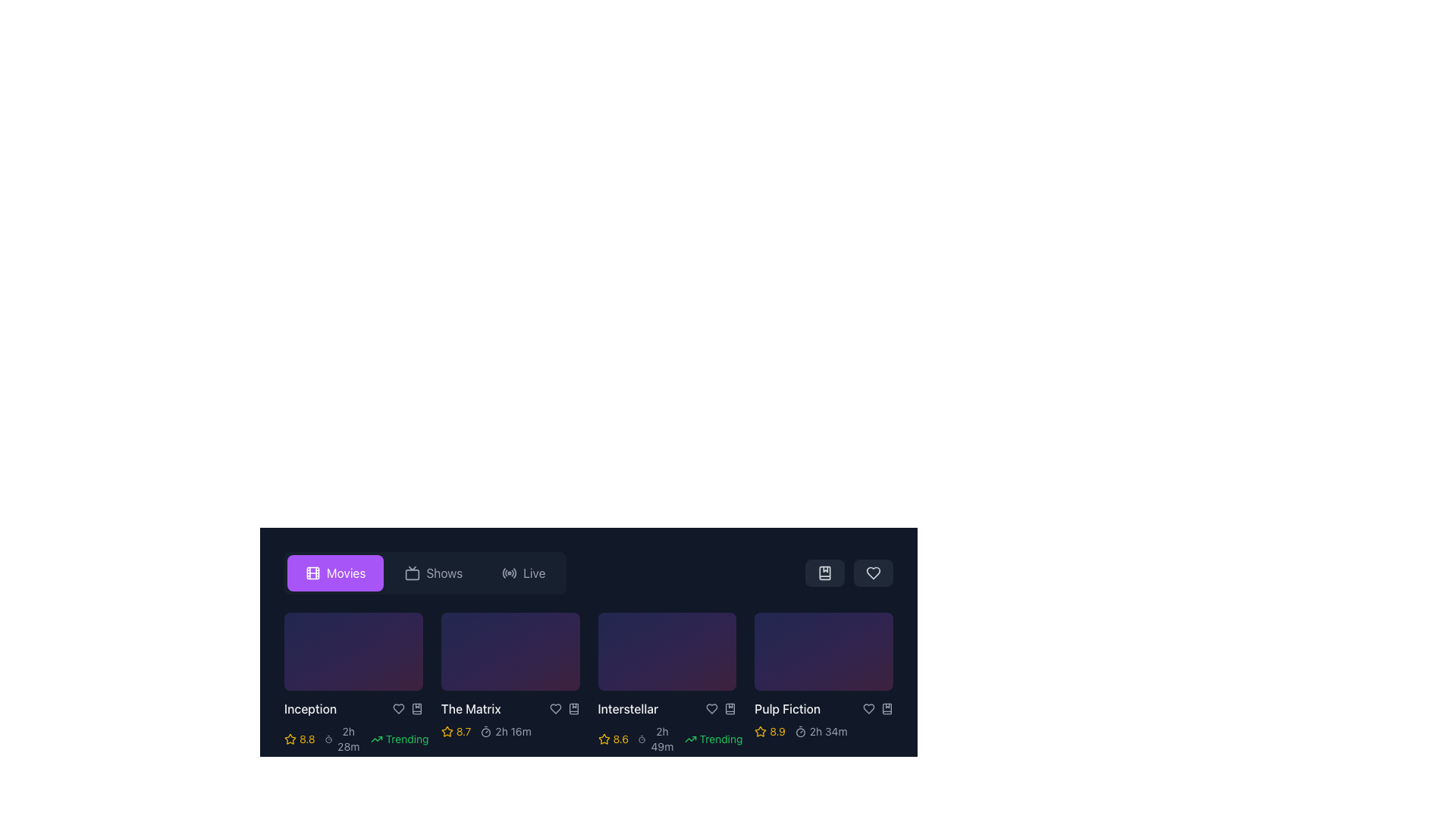  Describe the element at coordinates (506, 730) in the screenshot. I see `the text label displaying '2h 16m' with the timer icon, located in the details section of 'The Matrix' movie entry` at that location.